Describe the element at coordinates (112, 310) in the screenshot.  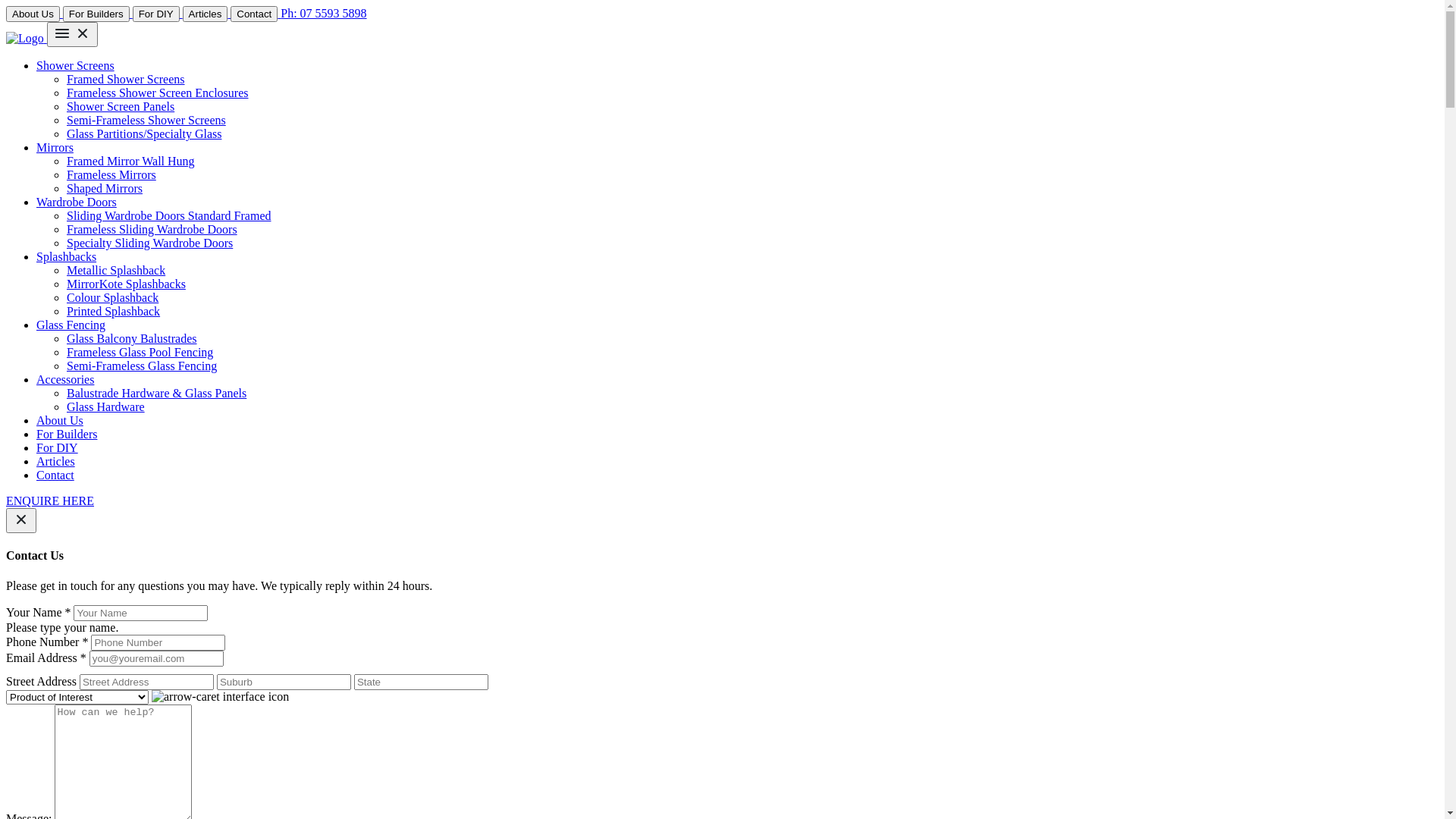
I see `'Printed Splashback'` at that location.